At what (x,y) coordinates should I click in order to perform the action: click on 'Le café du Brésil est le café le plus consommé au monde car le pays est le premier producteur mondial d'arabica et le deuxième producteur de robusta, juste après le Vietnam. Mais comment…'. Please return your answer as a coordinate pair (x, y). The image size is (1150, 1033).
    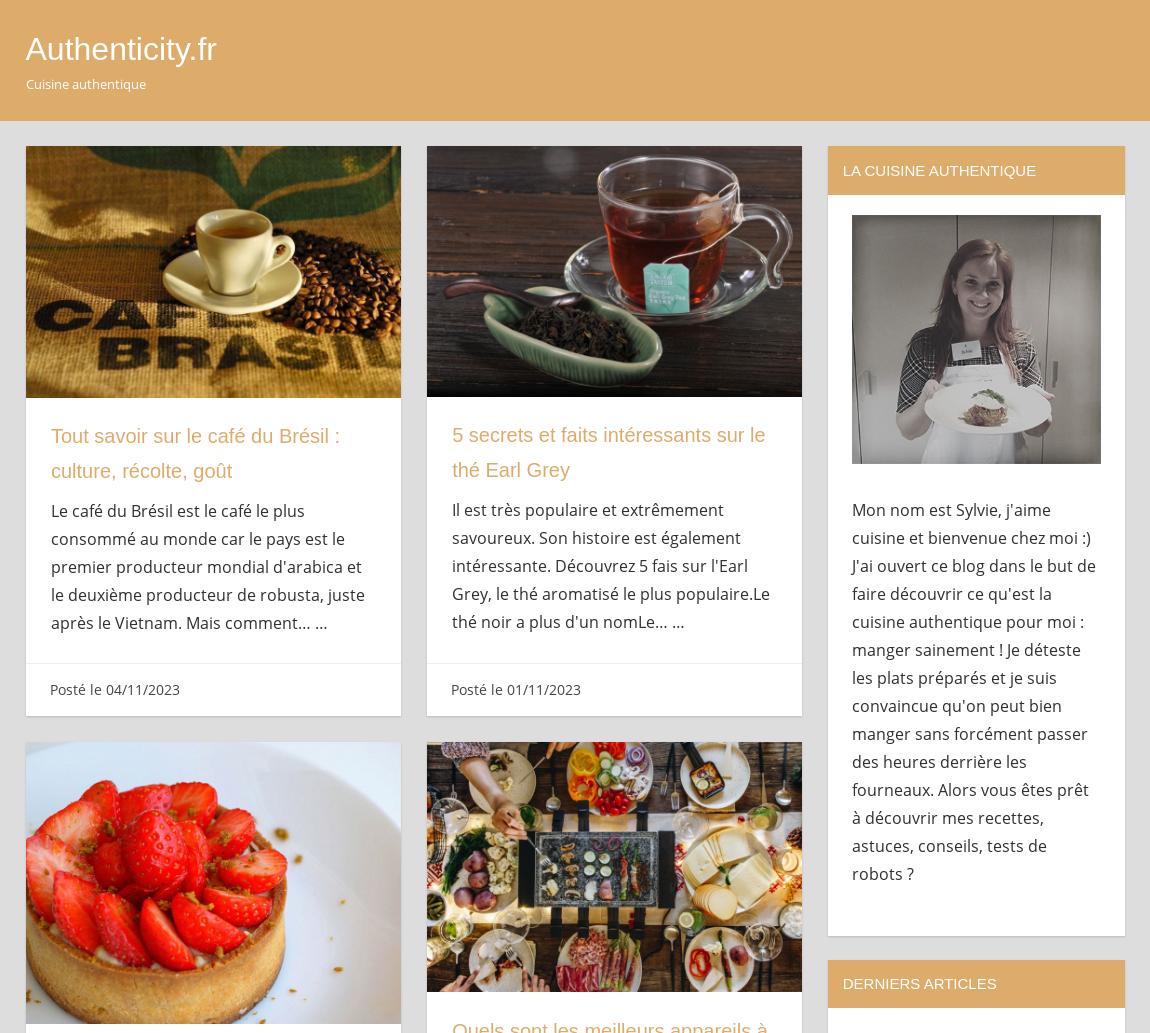
    Looking at the image, I should click on (207, 566).